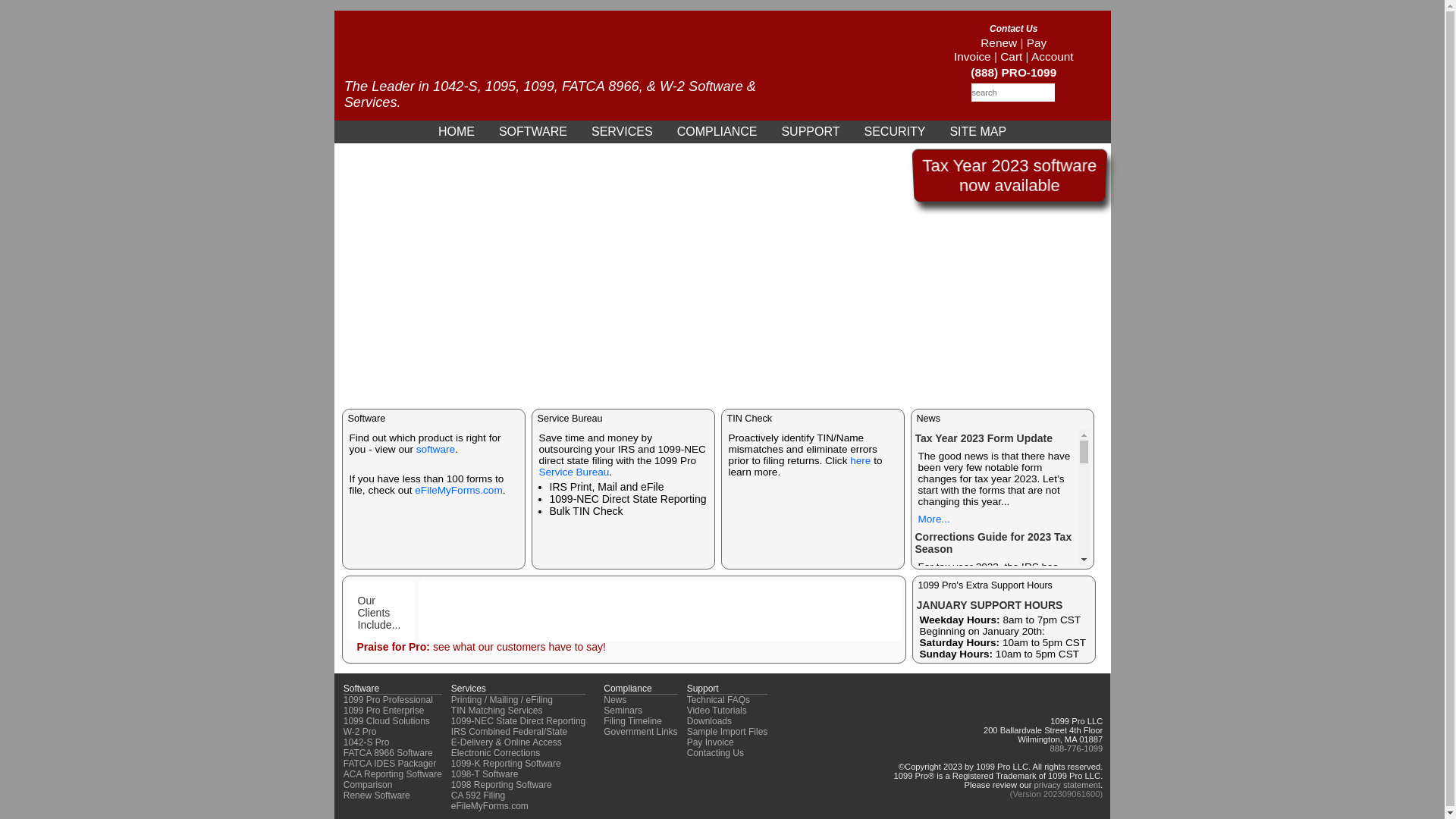  I want to click on 'Tax Year 2023 software, so click(1009, 174).